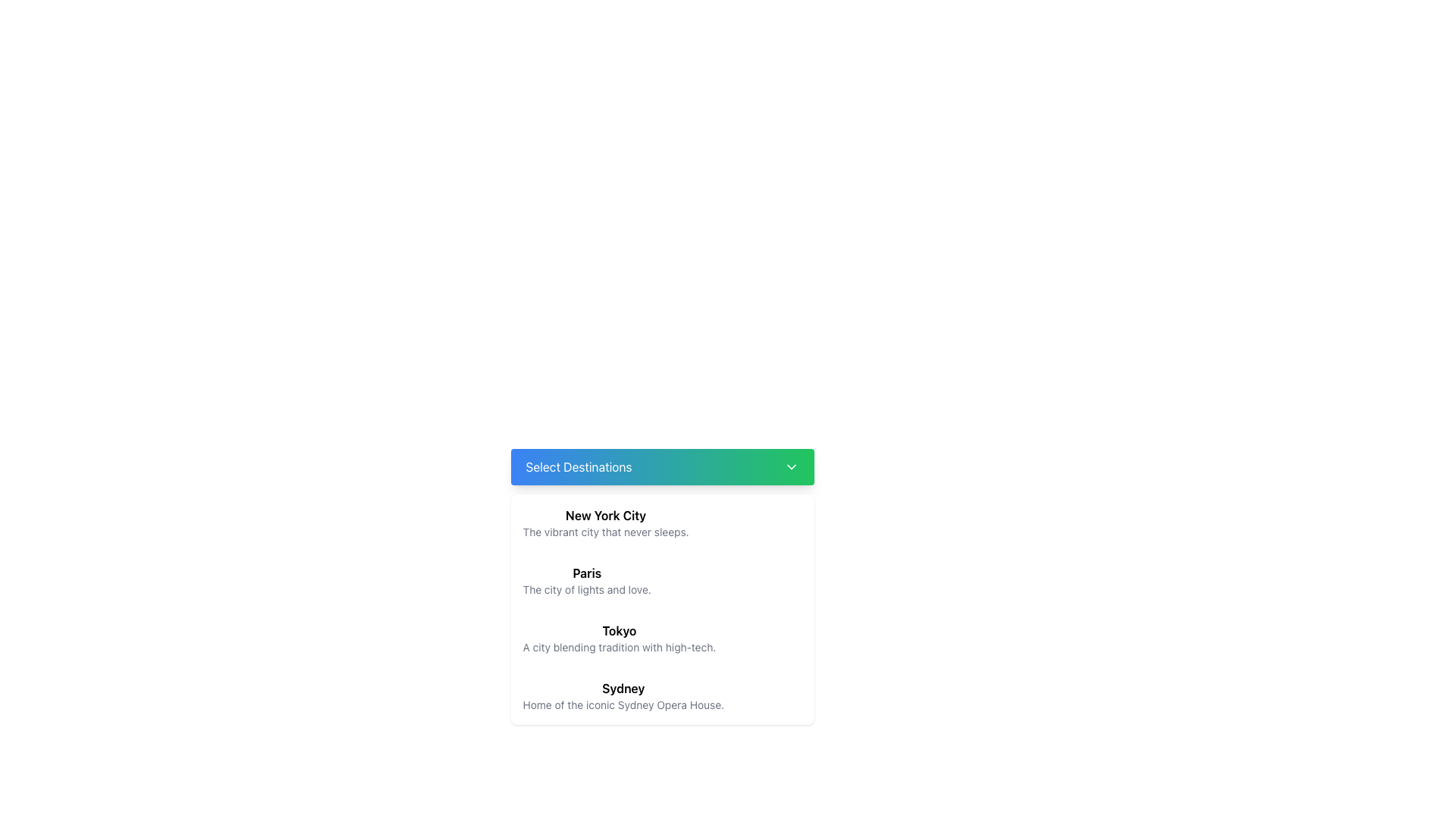  What do you see at coordinates (662, 696) in the screenshot?
I see `the selectable destination item representing Sydney, which is the last item in the vertical list of destination options under the 'Select Destinations' header` at bounding box center [662, 696].